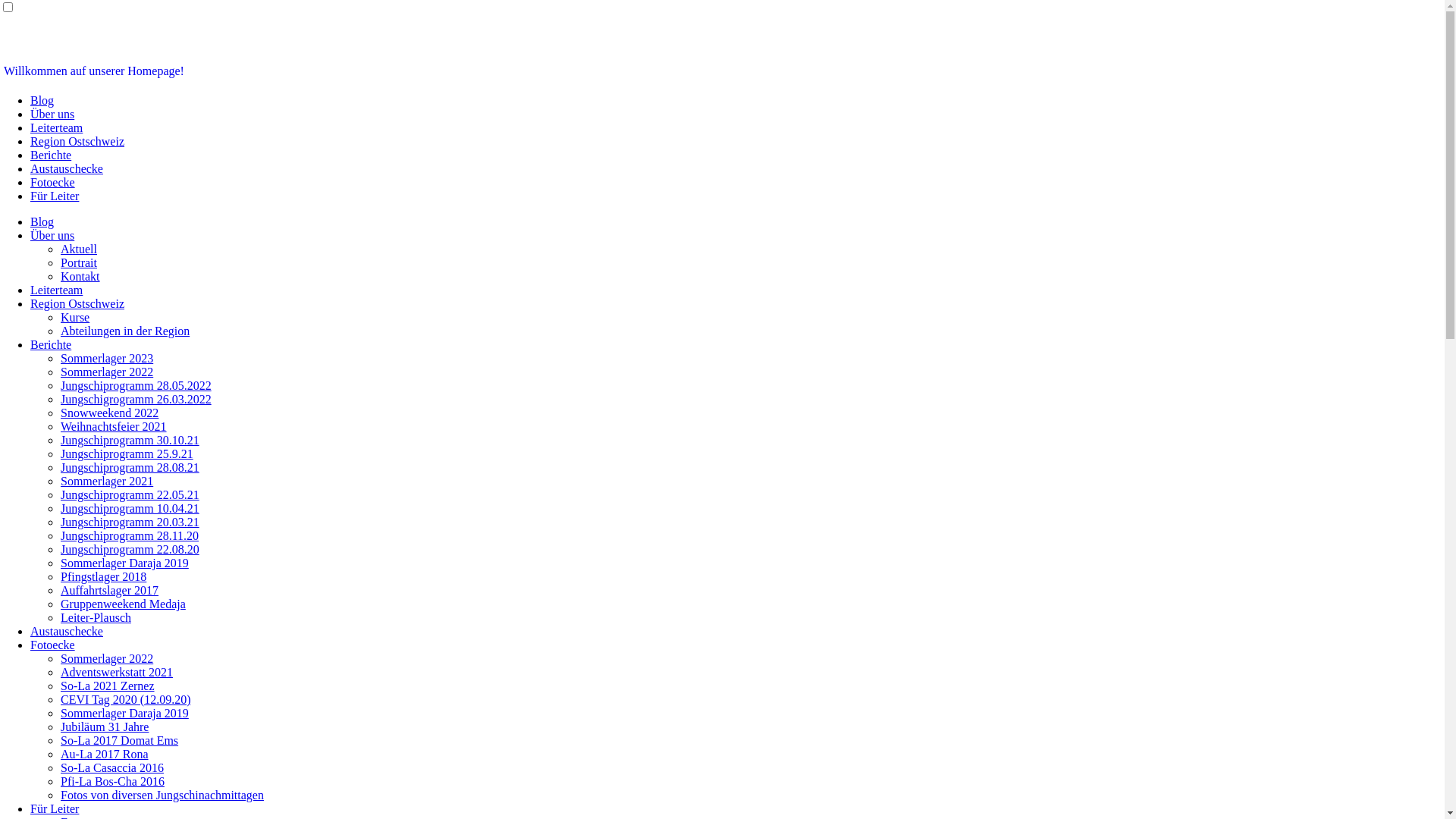  I want to click on 'Au-La 2017 Rona', so click(104, 754).